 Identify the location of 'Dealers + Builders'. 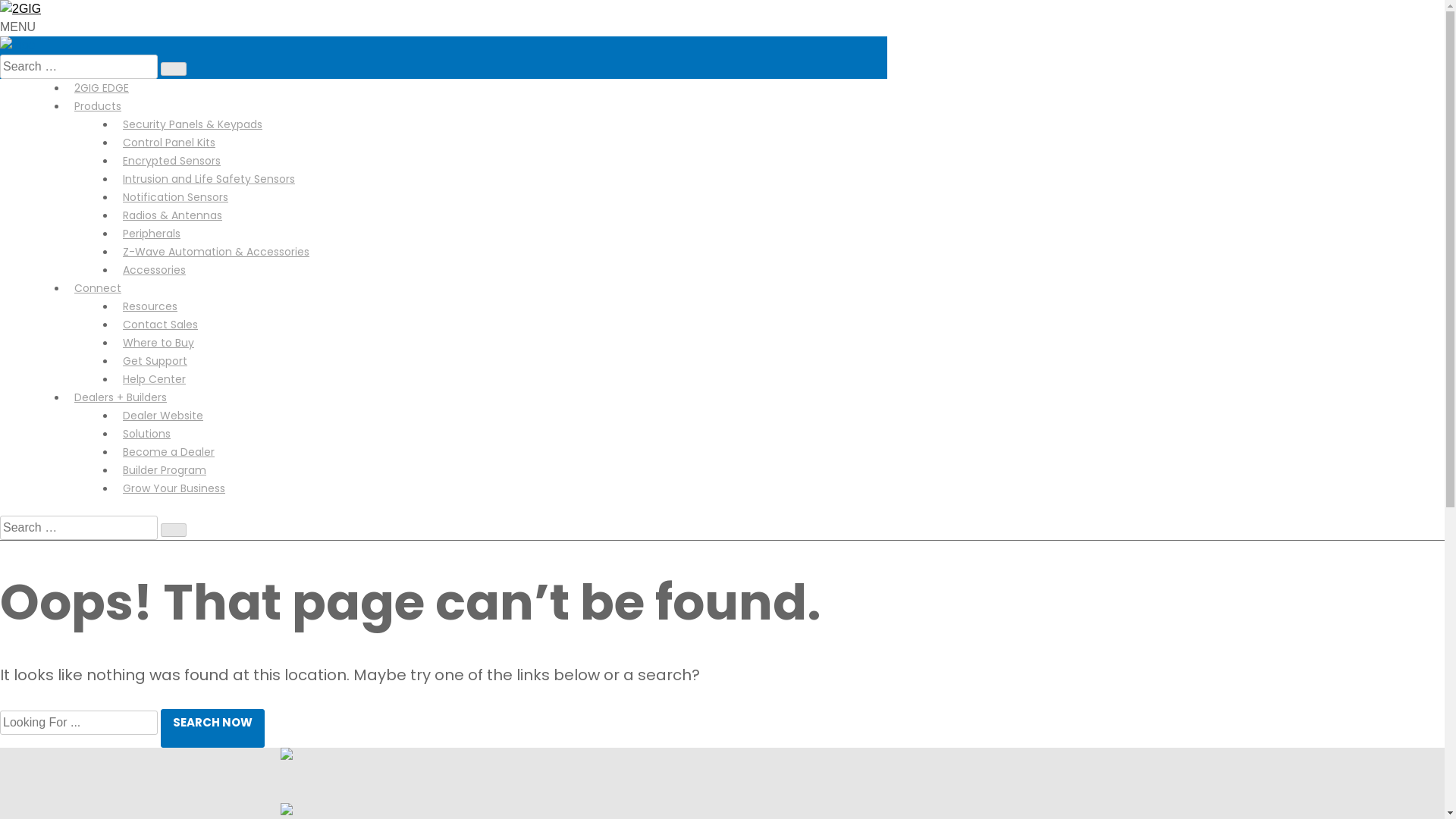
(119, 397).